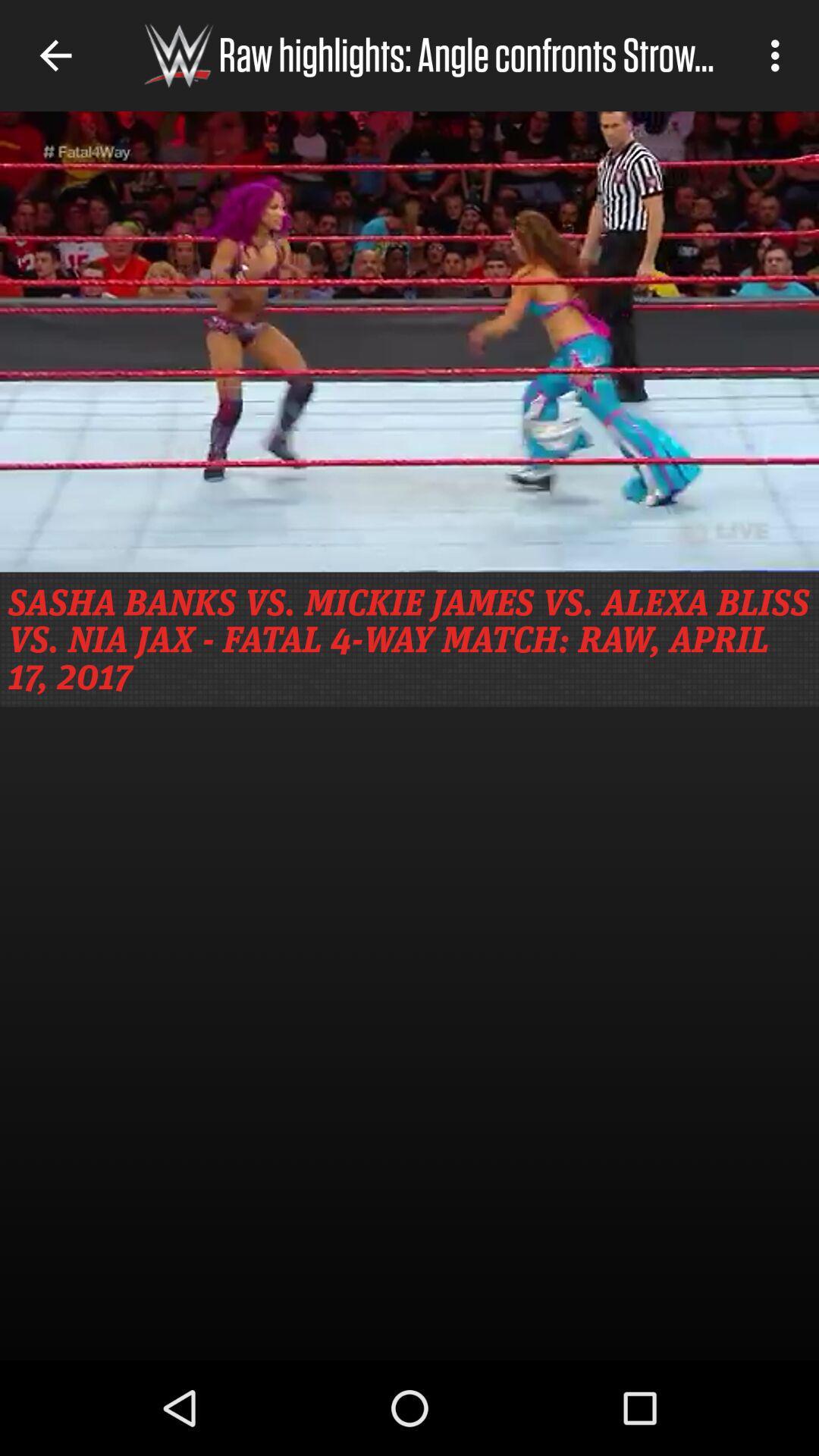 The width and height of the screenshot is (819, 1456). Describe the element at coordinates (779, 55) in the screenshot. I see `icon next to the raw highlights angle item` at that location.